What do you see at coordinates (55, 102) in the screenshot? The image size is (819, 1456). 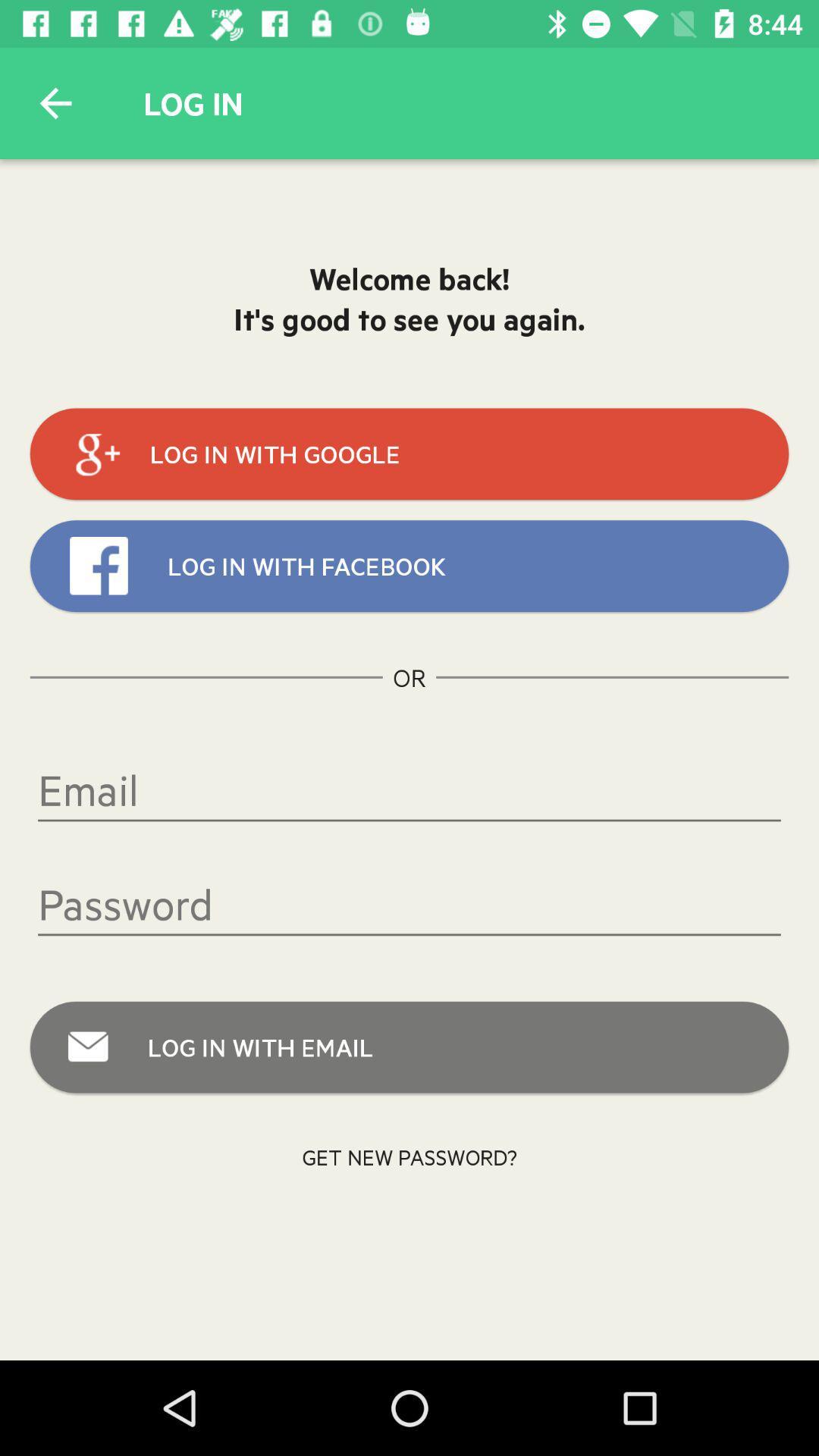 I see `the icon next to log in icon` at bounding box center [55, 102].